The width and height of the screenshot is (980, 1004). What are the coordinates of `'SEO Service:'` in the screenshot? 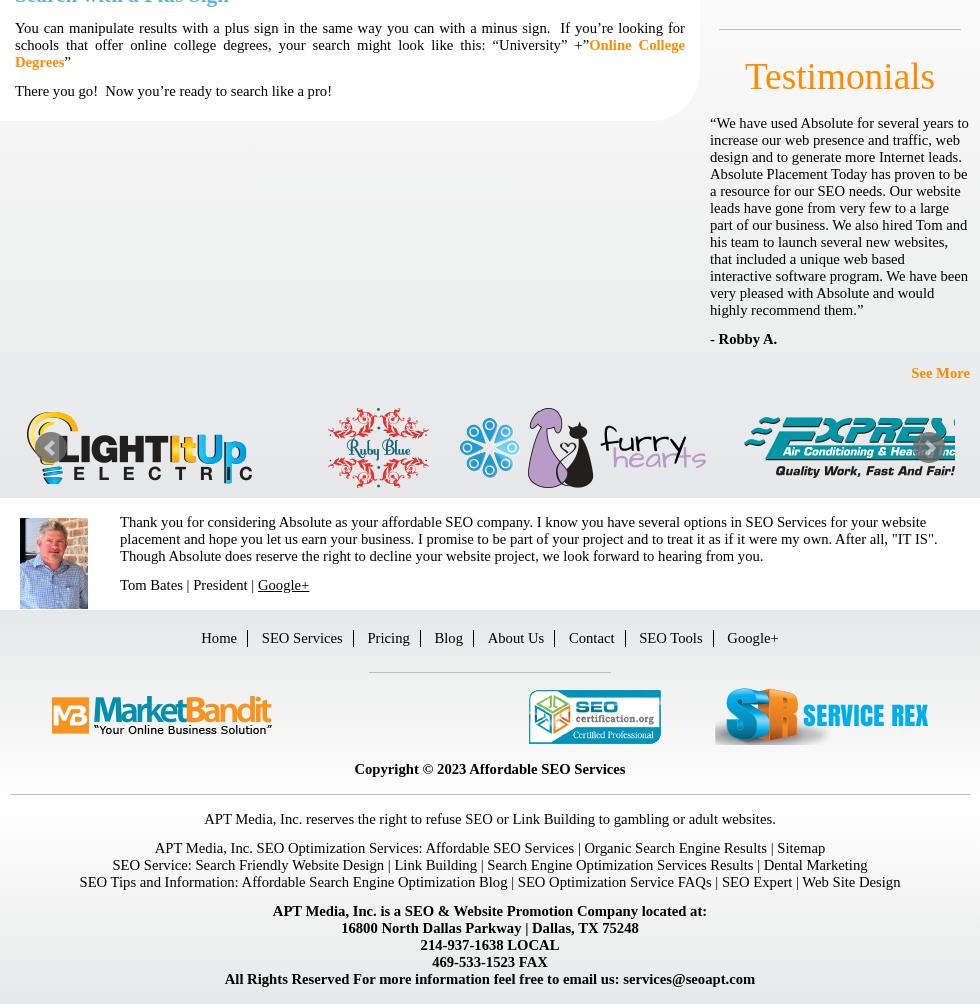 It's located at (112, 865).